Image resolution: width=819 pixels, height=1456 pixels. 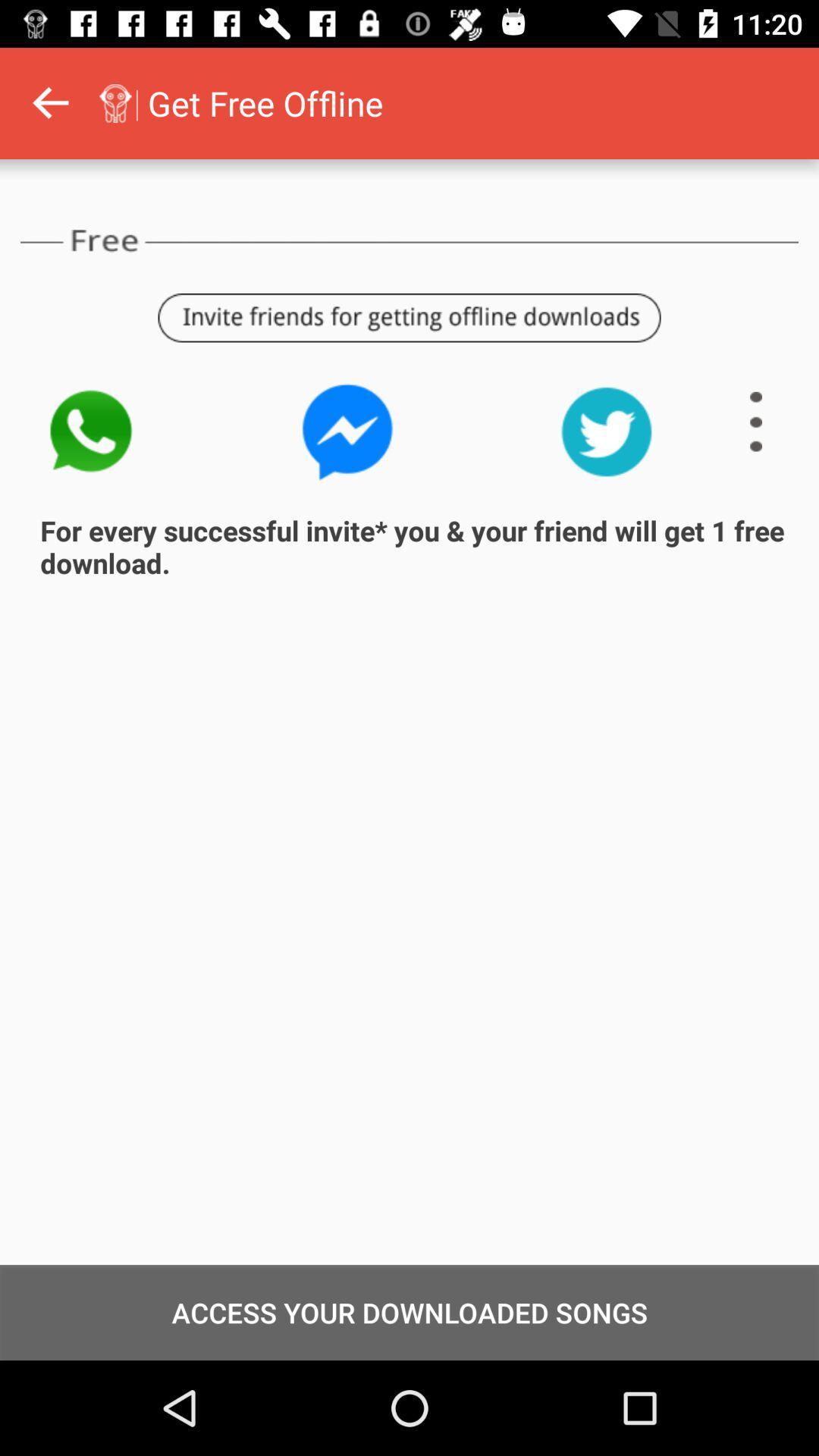 I want to click on icon above the access your downloaded, so click(x=1, y=102).